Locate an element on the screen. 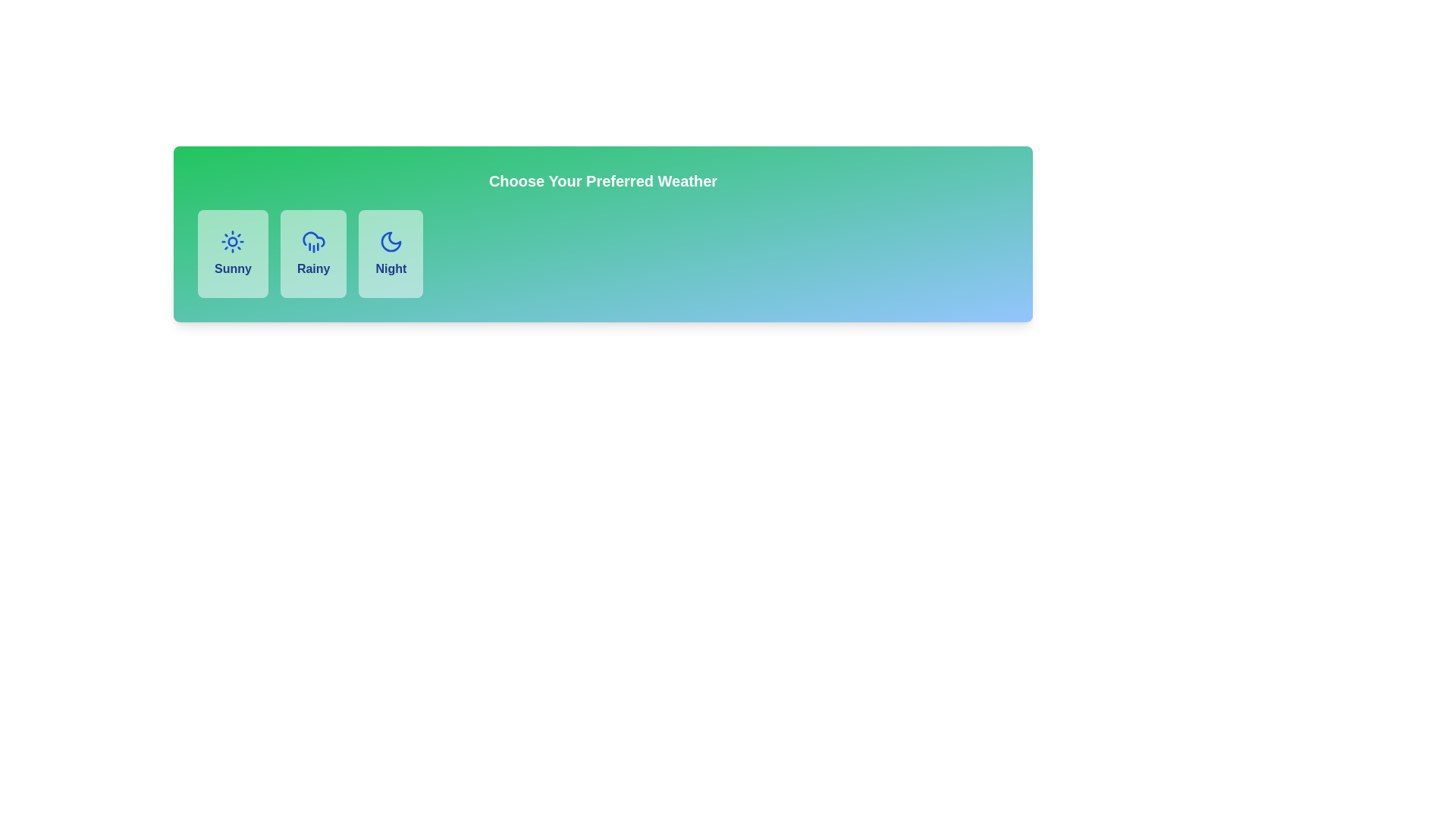  the blue crescent moon icon representing the night mode, which is the third selectable option in the weather-related UI segment is located at coordinates (391, 241).